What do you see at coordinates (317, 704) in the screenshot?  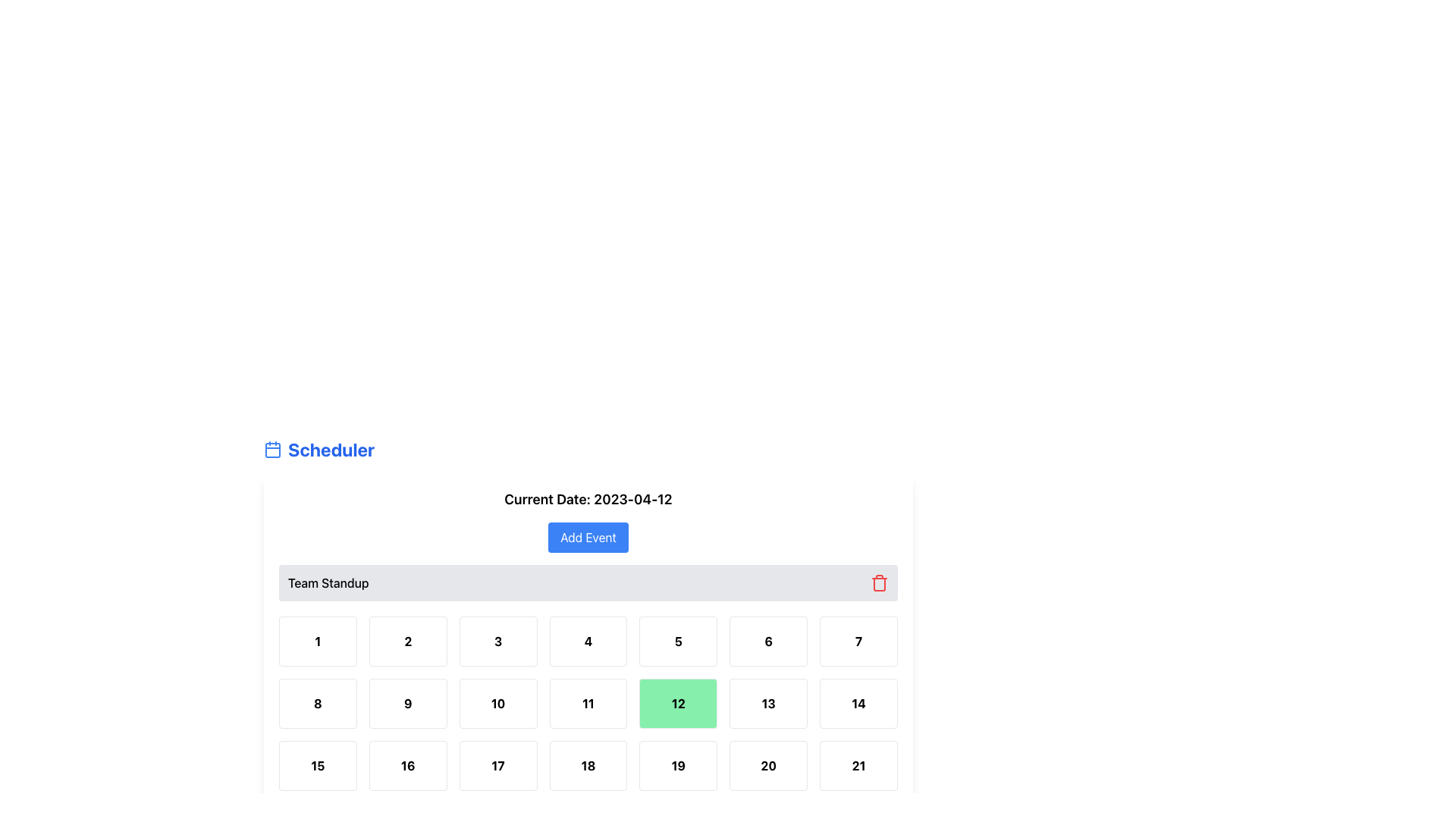 I see `the calendar button located in the second row and first column of the grid, used for selecting a date` at bounding box center [317, 704].